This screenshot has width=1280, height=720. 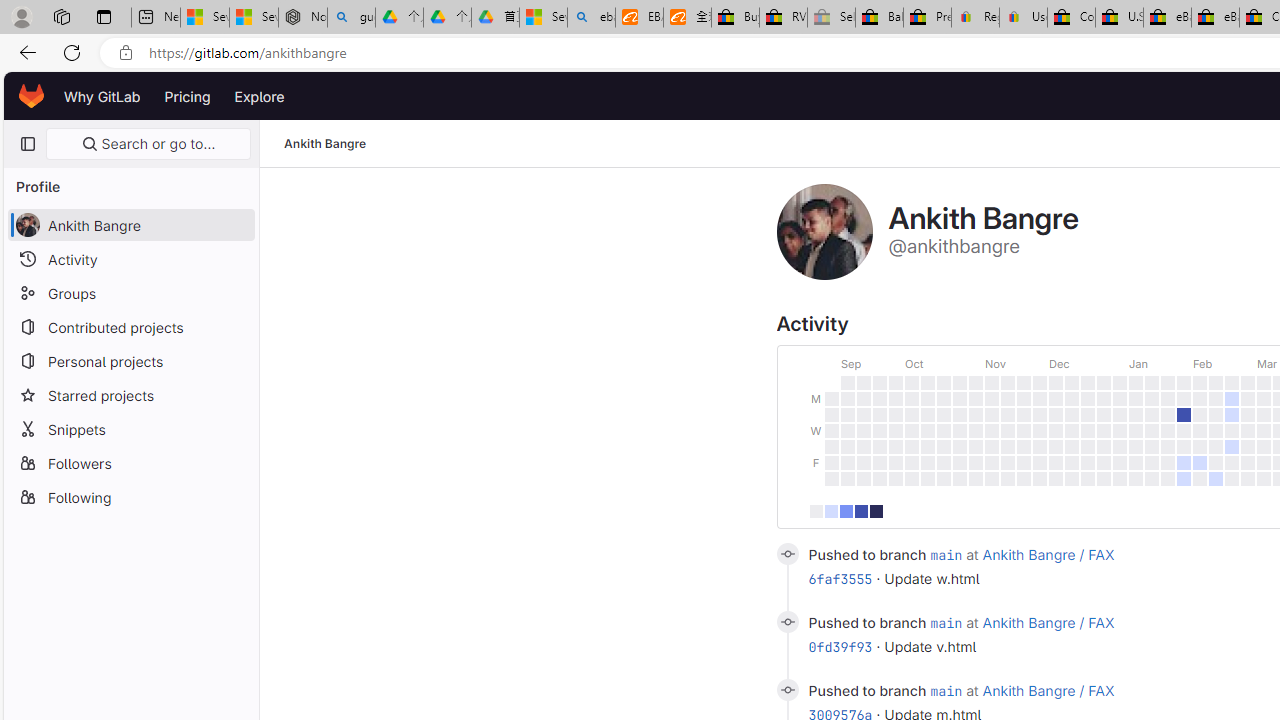 I want to click on 'Followers', so click(x=130, y=462).